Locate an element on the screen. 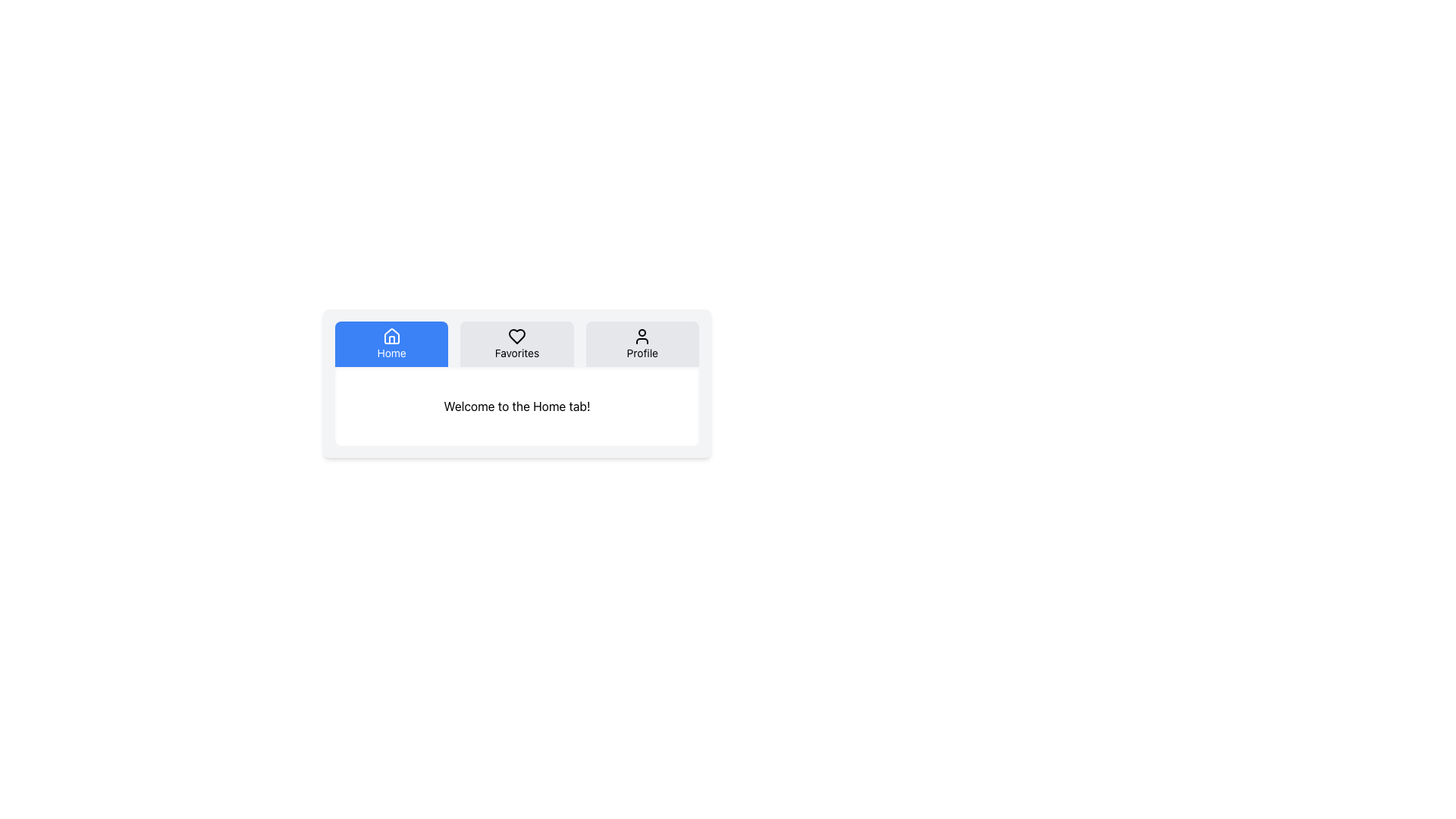  the 'Favorites' text label in the second tab of the navigation menu, which identifies the favorites section for the user is located at coordinates (516, 353).